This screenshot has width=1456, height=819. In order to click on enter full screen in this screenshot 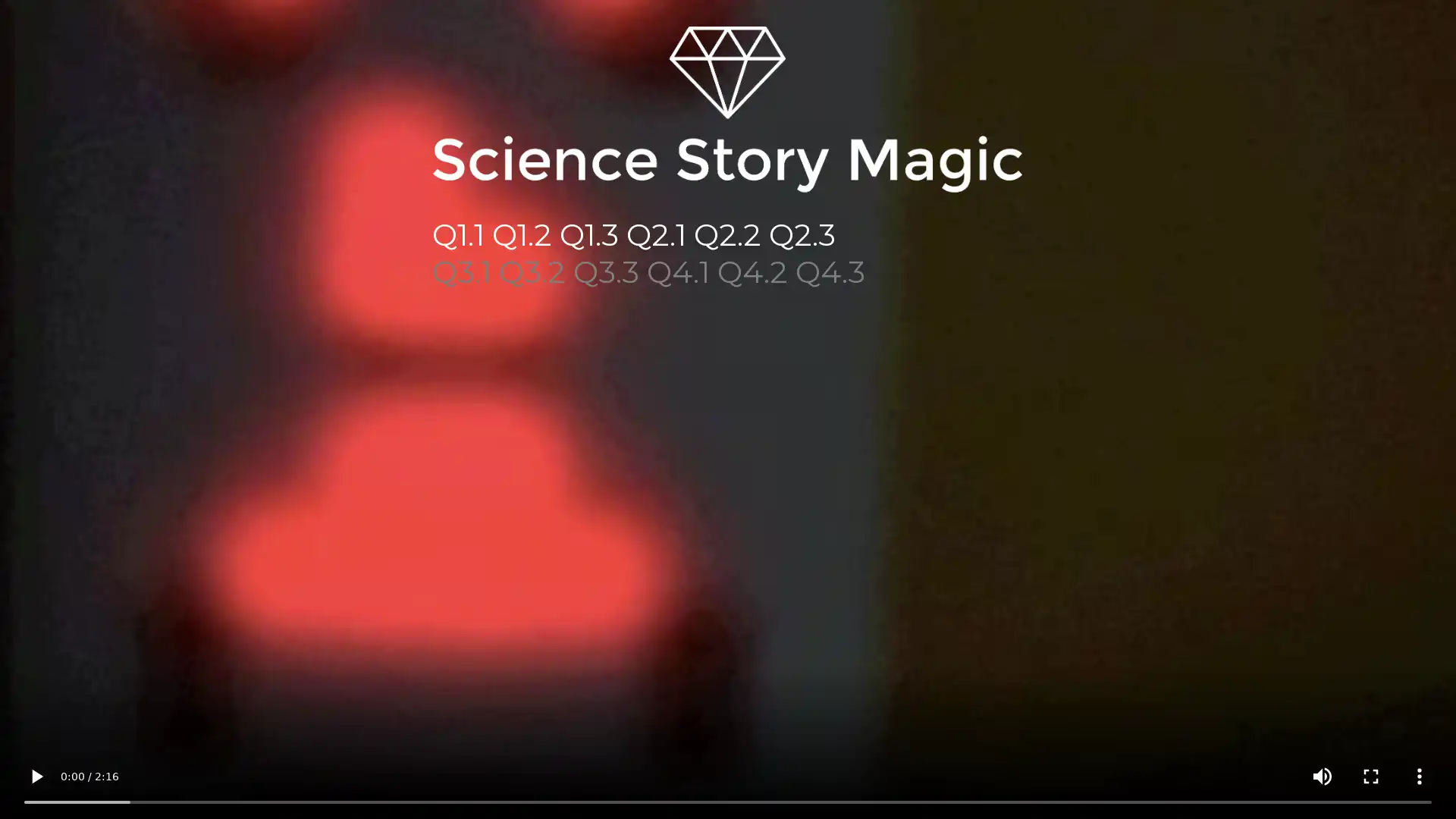, I will do `click(1371, 776)`.